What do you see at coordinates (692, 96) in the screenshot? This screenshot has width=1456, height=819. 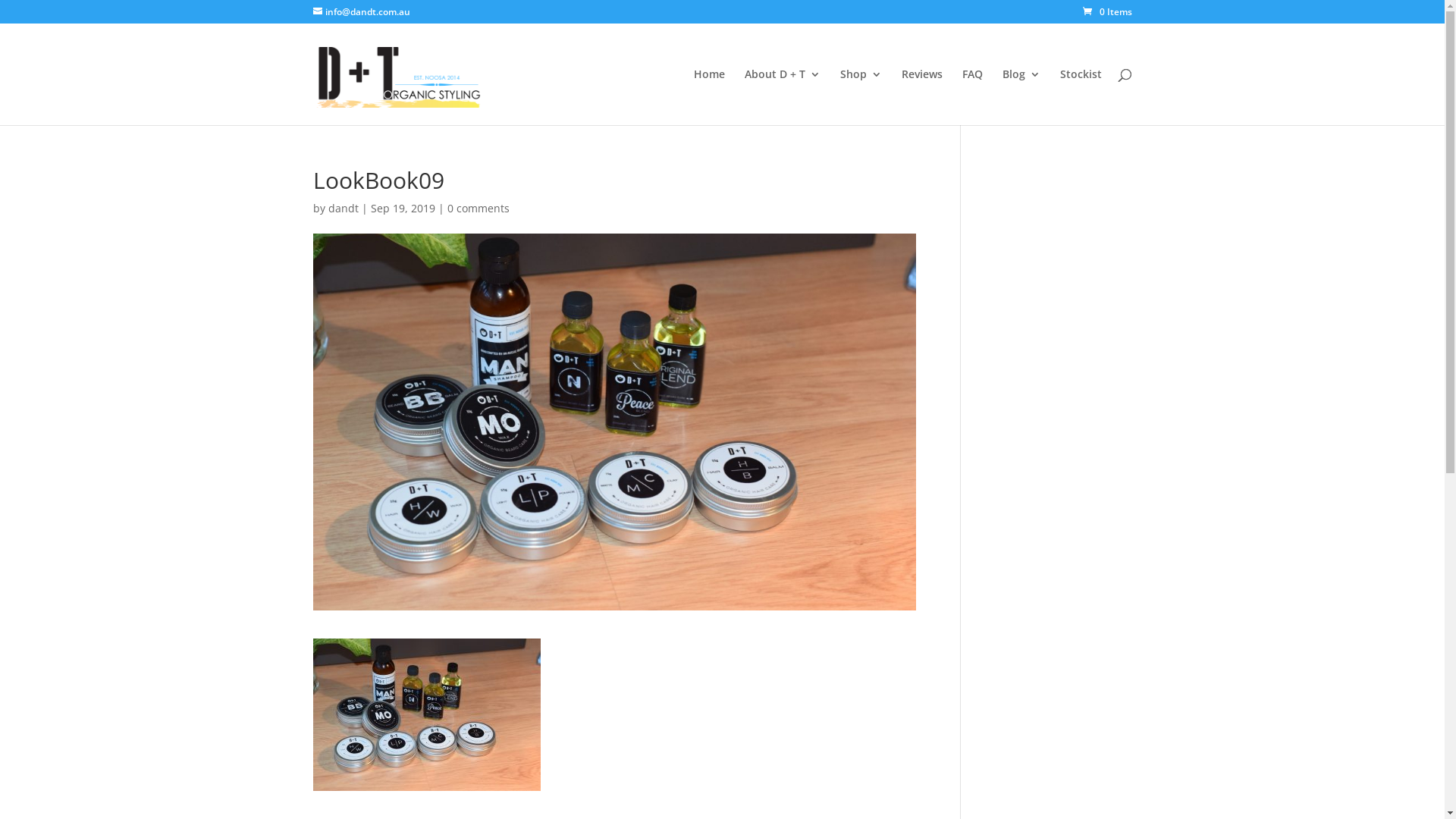 I see `'Home'` at bounding box center [692, 96].